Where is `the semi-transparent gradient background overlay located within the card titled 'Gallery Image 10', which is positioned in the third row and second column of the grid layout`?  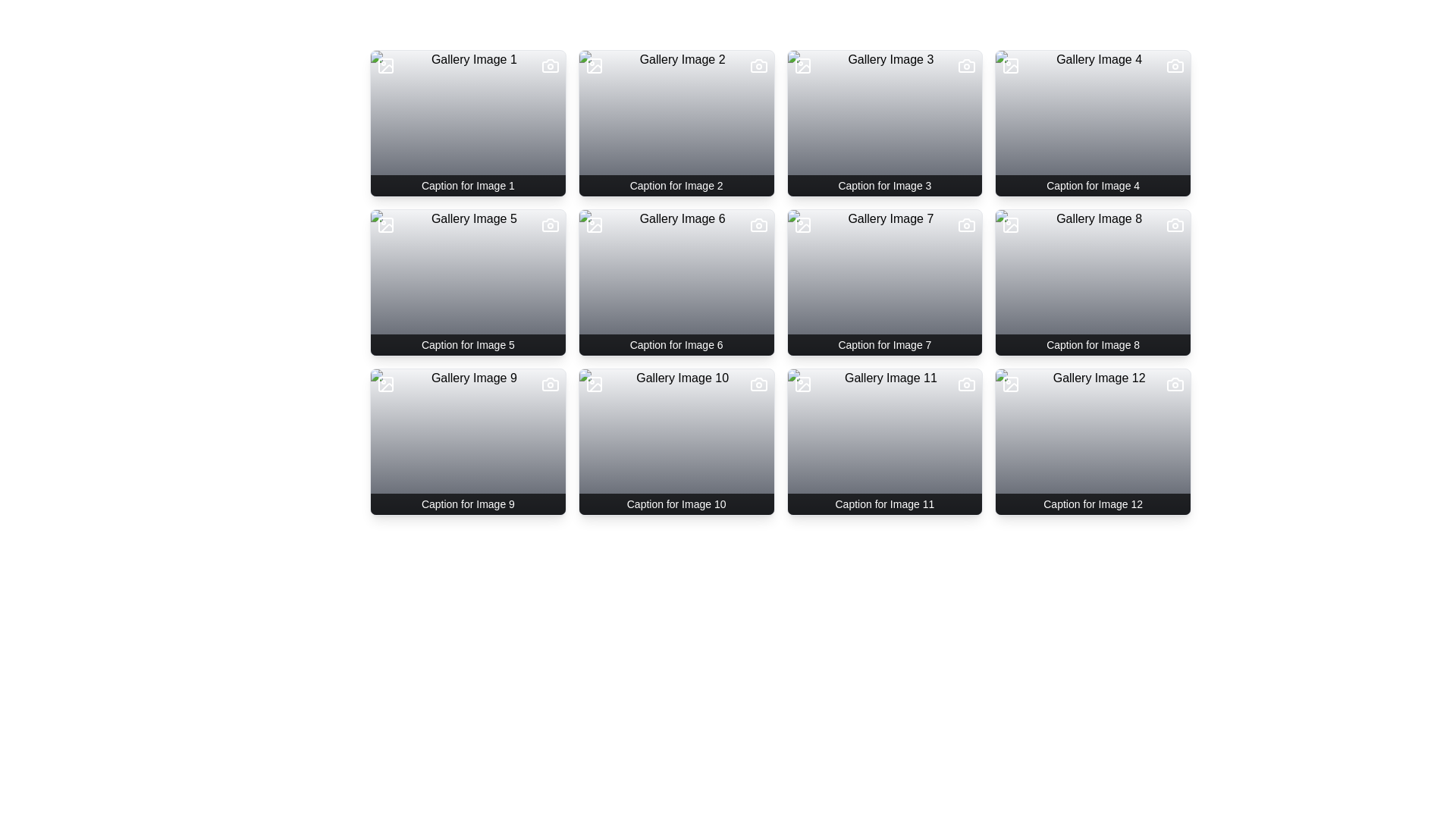 the semi-transparent gradient background overlay located within the card titled 'Gallery Image 10', which is positioned in the third row and second column of the grid layout is located at coordinates (676, 441).